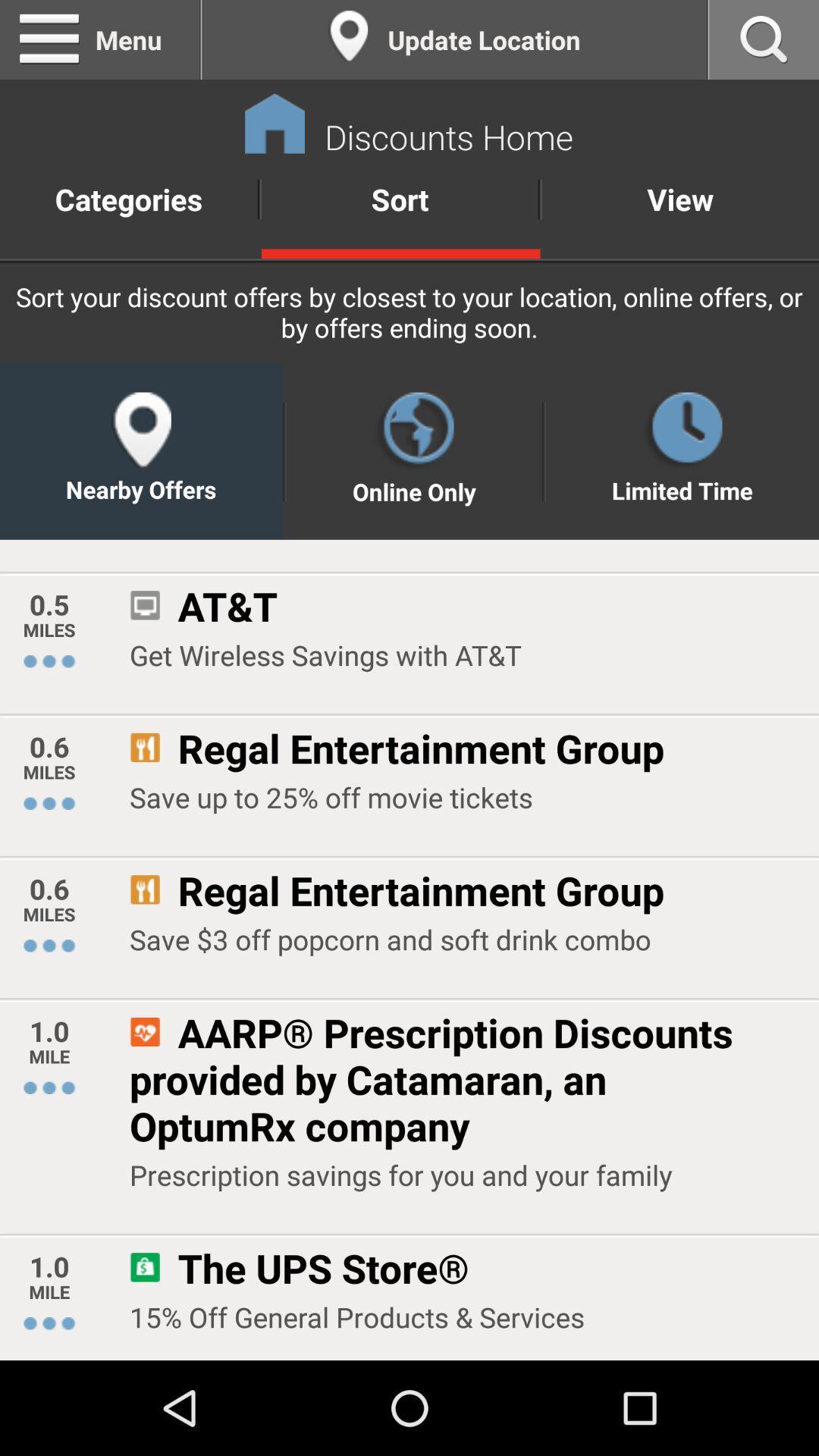  What do you see at coordinates (764, 42) in the screenshot?
I see `the search icon` at bounding box center [764, 42].